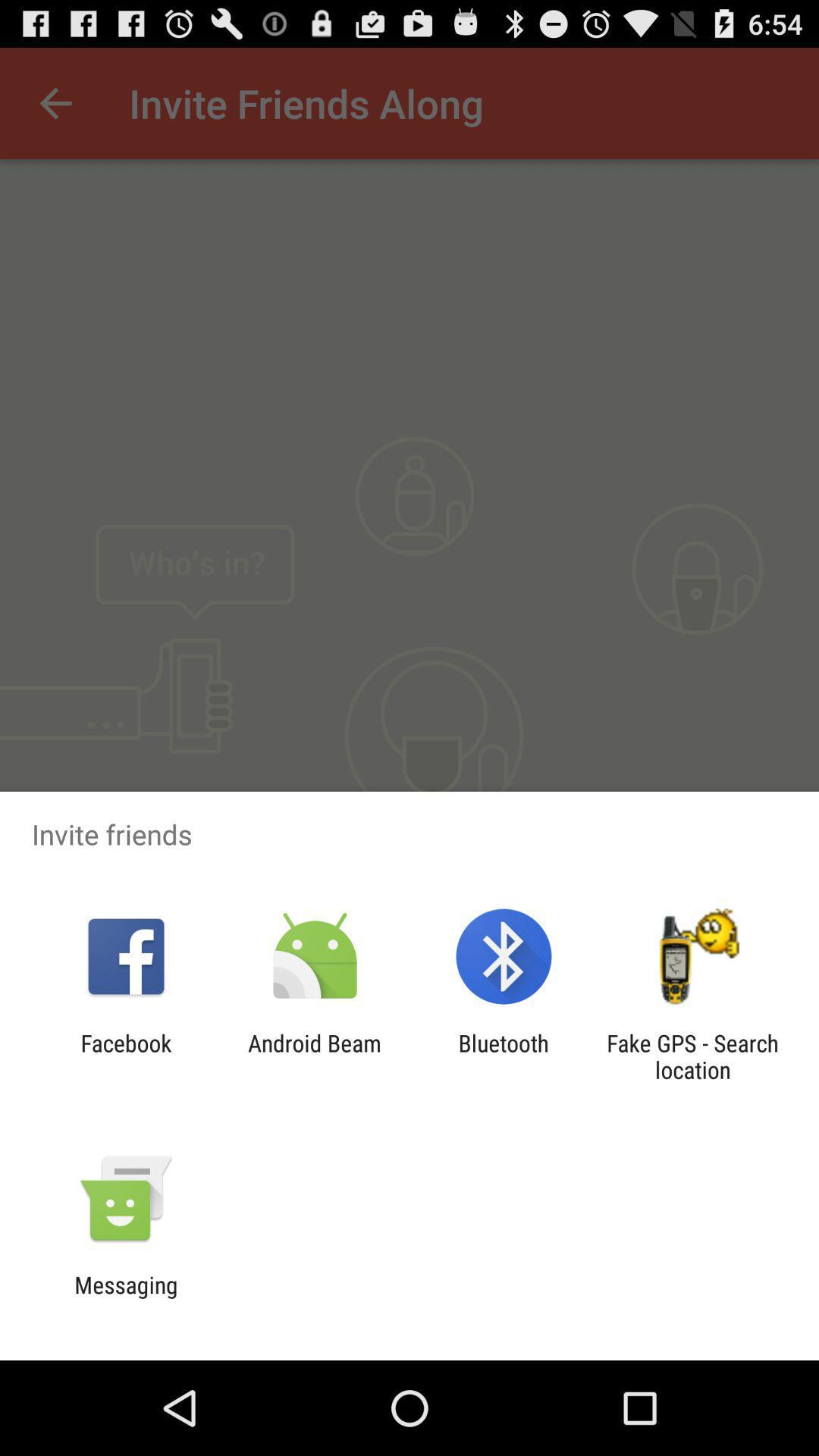  What do you see at coordinates (692, 1056) in the screenshot?
I see `fake gps search icon` at bounding box center [692, 1056].